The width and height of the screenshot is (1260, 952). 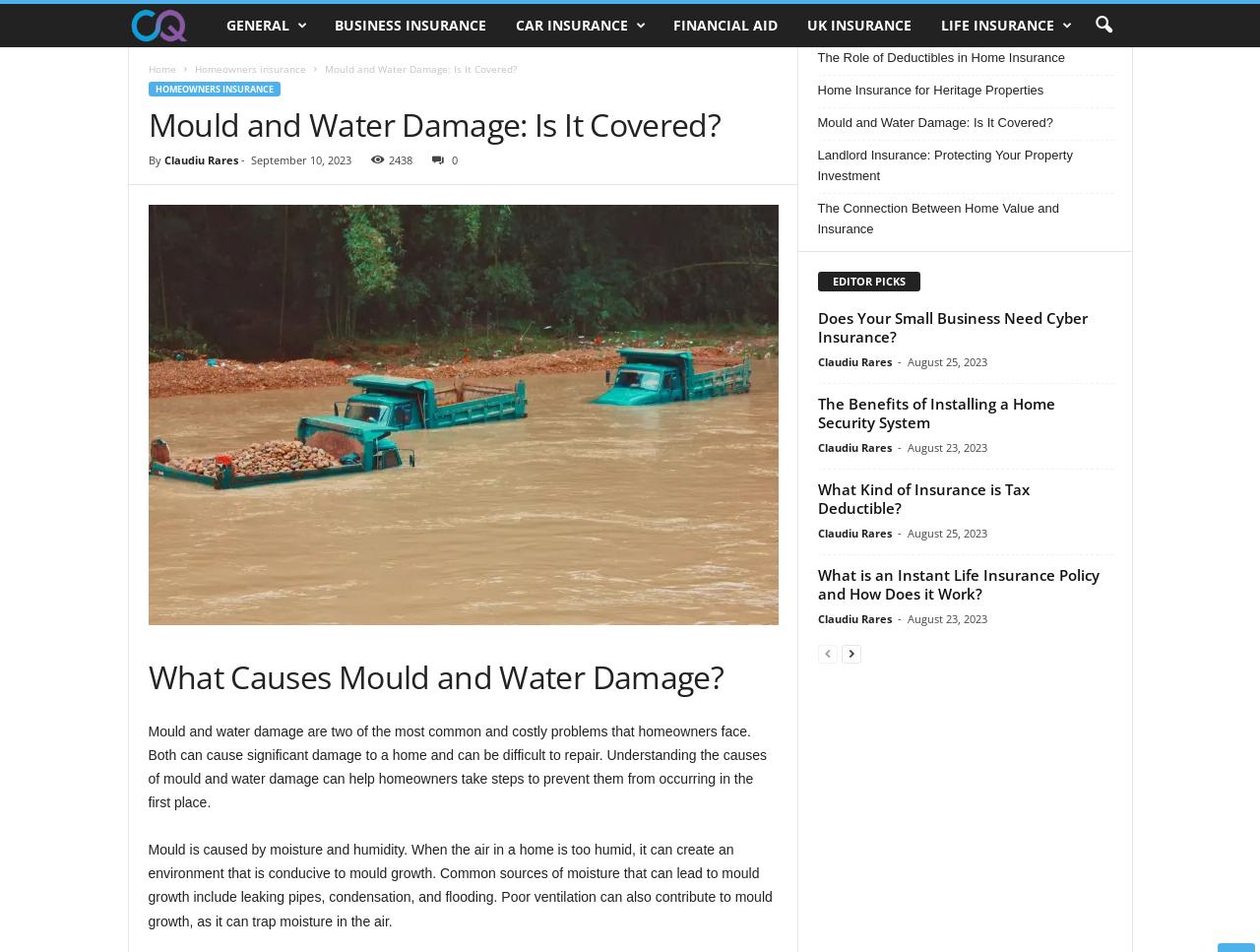 What do you see at coordinates (147, 68) in the screenshot?
I see `'Home'` at bounding box center [147, 68].